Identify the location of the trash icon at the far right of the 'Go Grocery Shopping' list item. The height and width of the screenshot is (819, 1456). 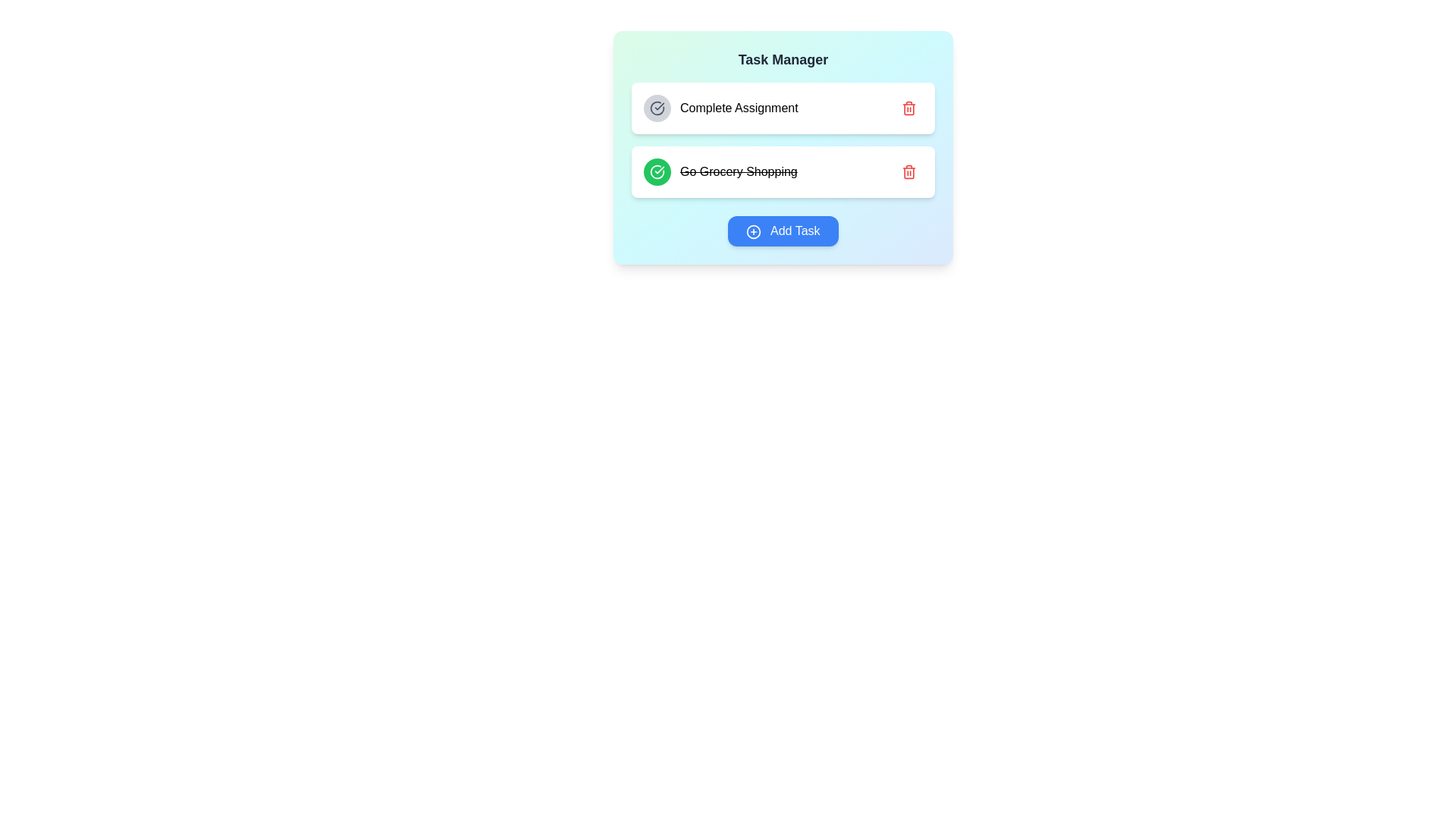
(909, 171).